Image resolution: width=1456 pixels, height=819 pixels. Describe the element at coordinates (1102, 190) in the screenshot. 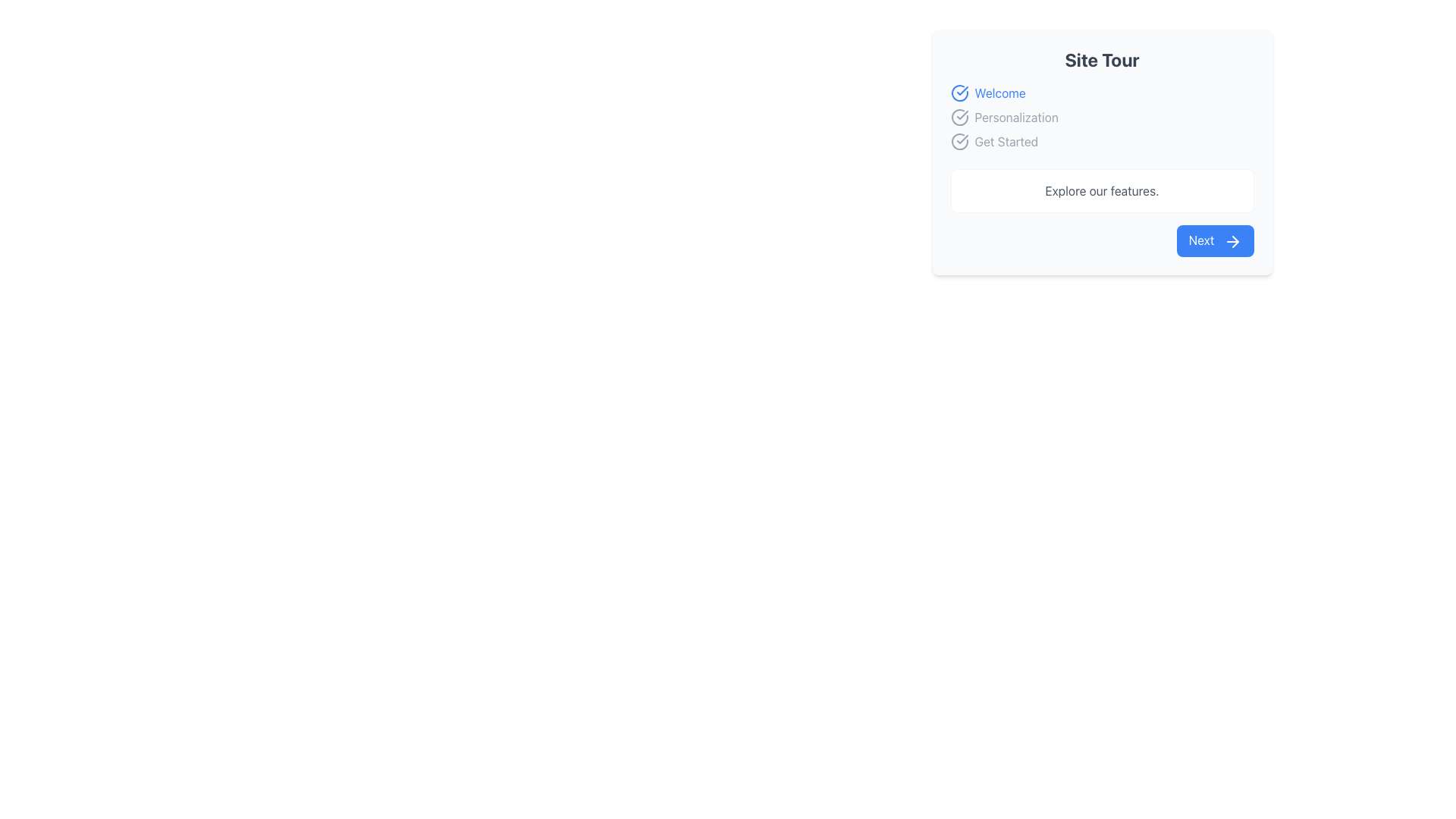

I see `the static informational text box located below the checklist items ('Welcome', 'Personalization', and 'Get Started') and above the 'Next' button in the 'Site Tour' section` at that location.